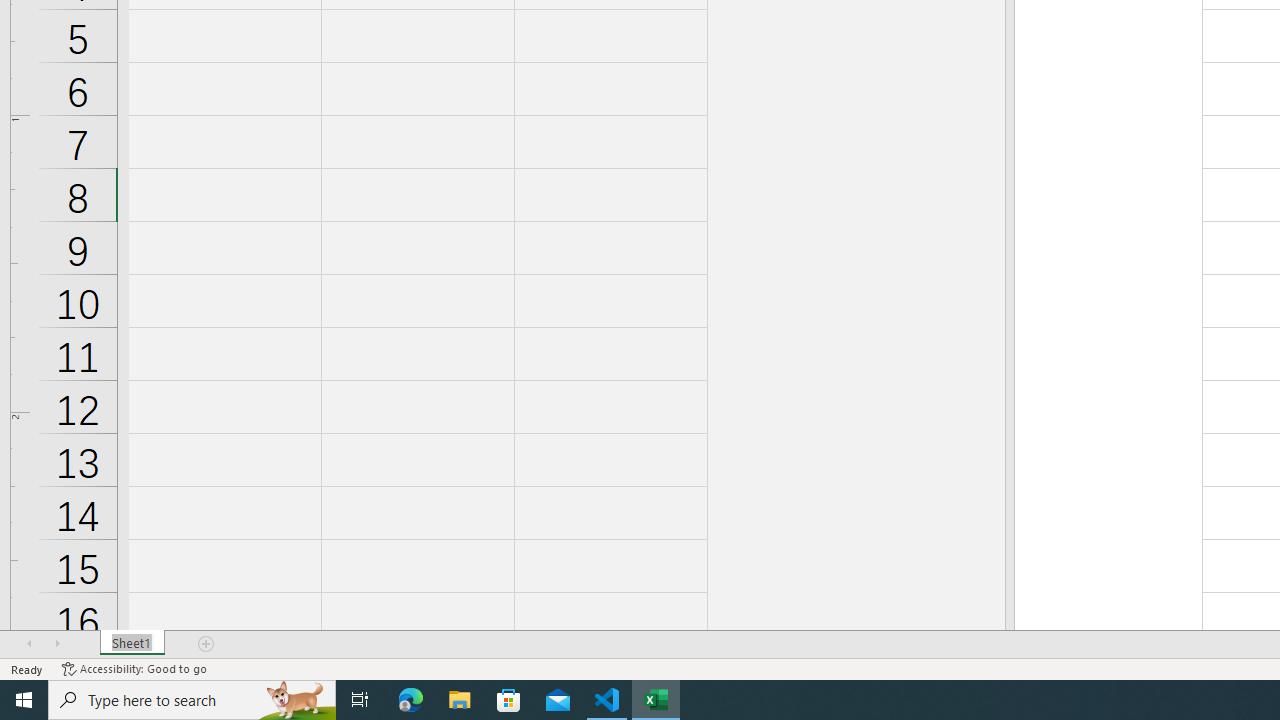  Describe the element at coordinates (207, 644) in the screenshot. I see `'Add Sheet'` at that location.